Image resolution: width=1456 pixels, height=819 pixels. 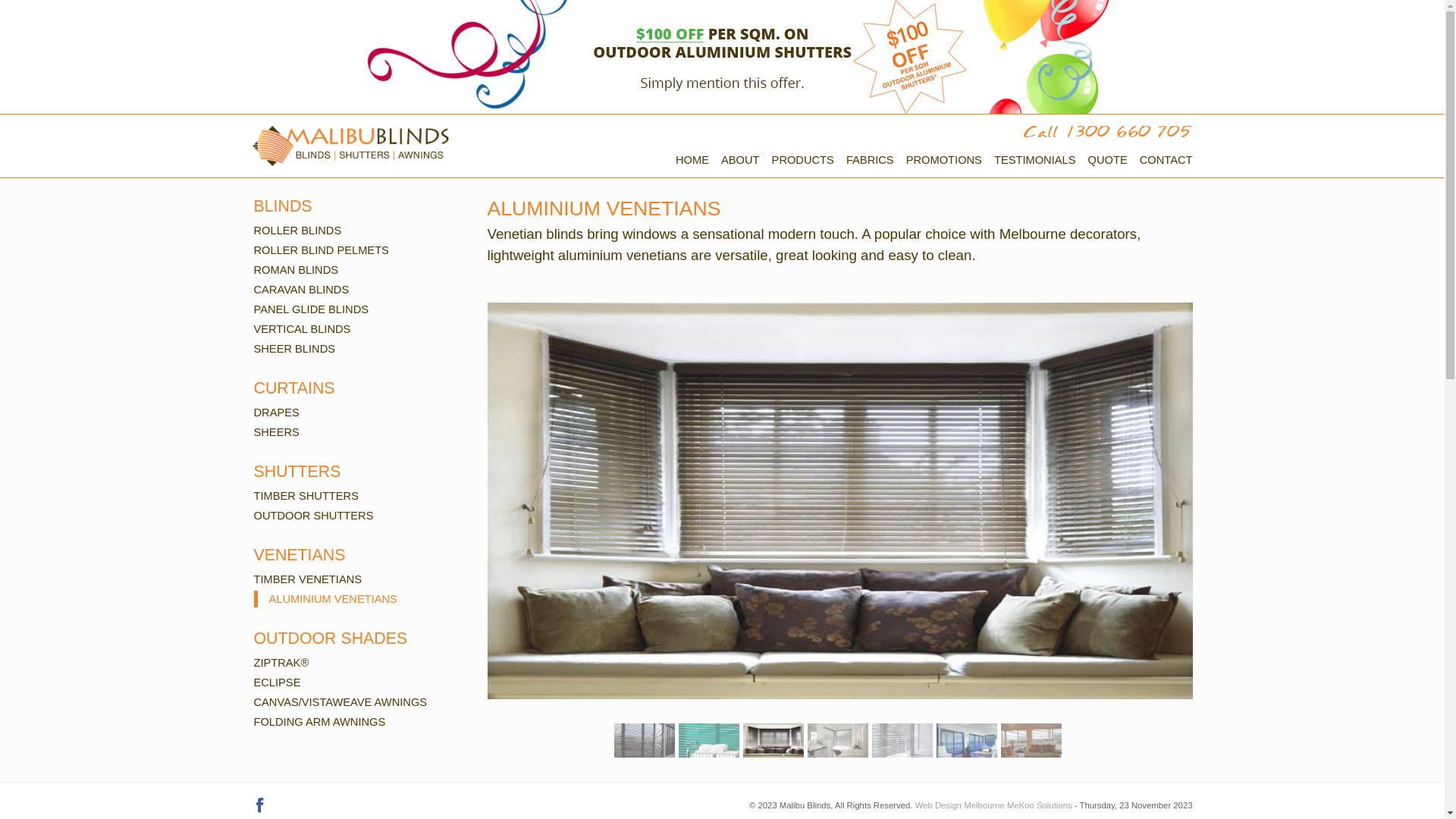 What do you see at coordinates (1106, 131) in the screenshot?
I see `'Call 1300 660 705'` at bounding box center [1106, 131].